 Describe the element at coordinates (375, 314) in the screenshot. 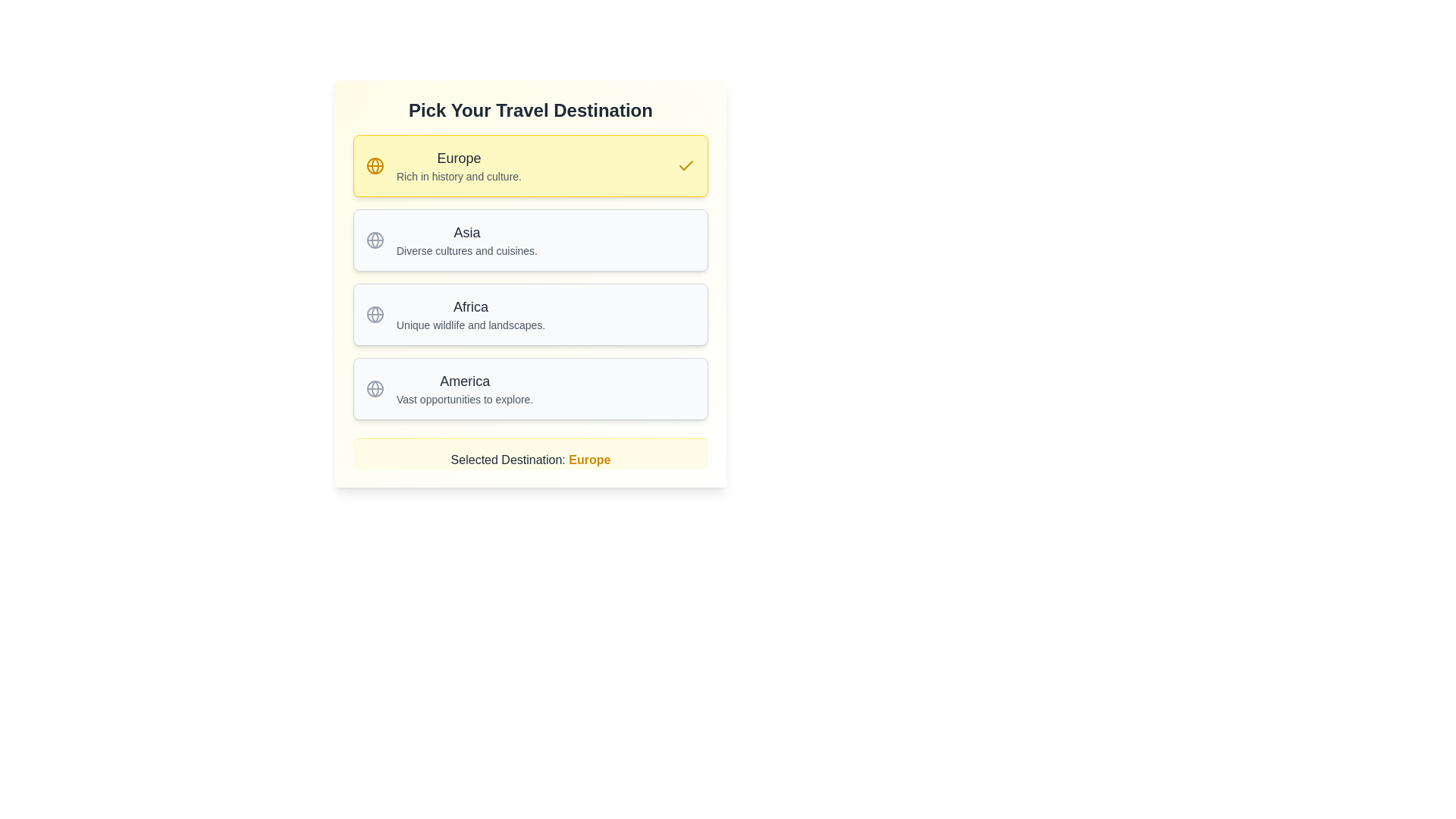

I see `the central circle within the globe icon that is part of the 'Africa' section in the third row of options, which has a dark gray outline and is filled with white` at that location.